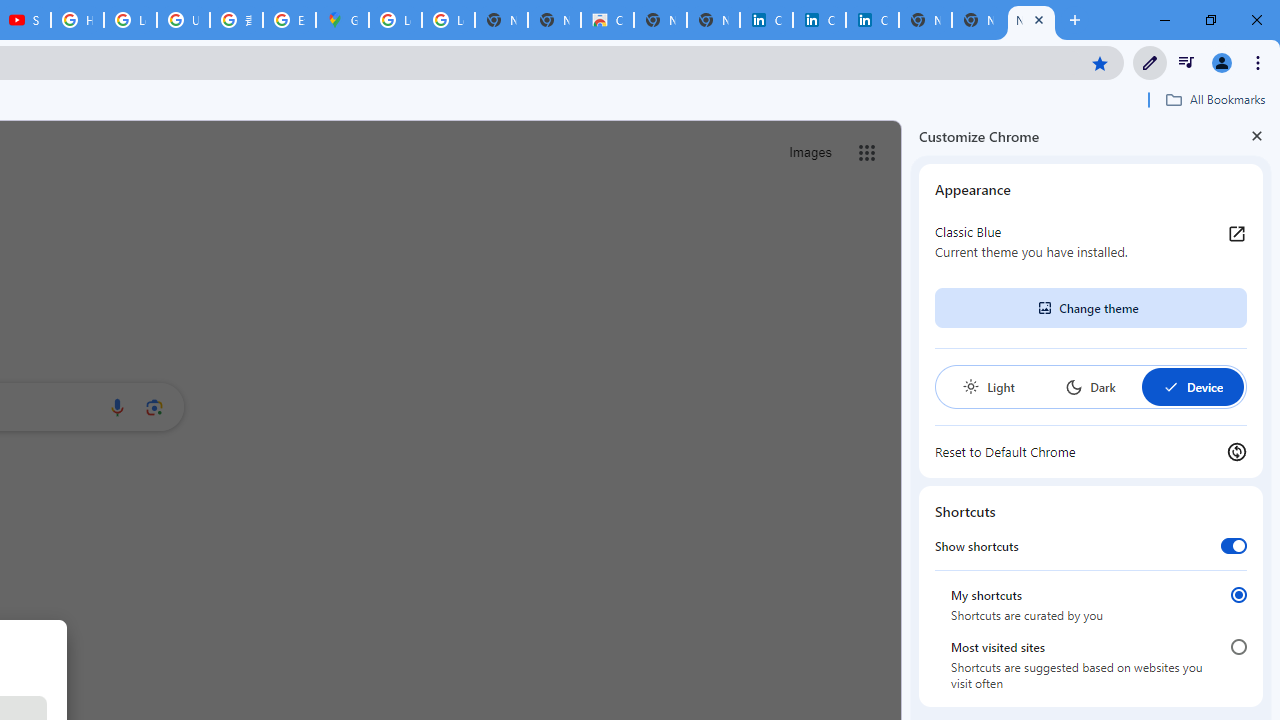  What do you see at coordinates (988, 387) in the screenshot?
I see `'Light'` at bounding box center [988, 387].